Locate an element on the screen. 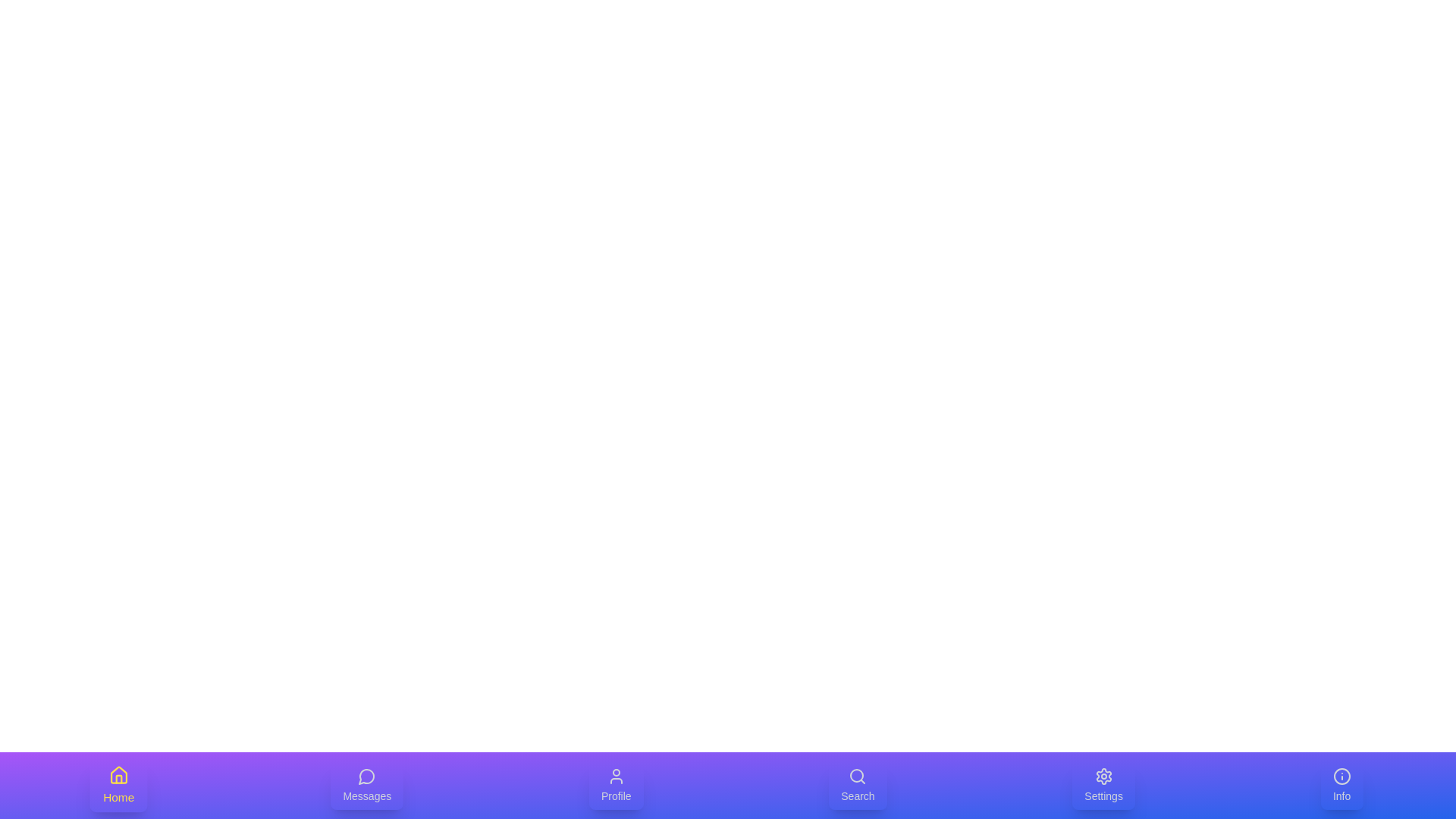 The height and width of the screenshot is (819, 1456). the Profile tab to select it is located at coordinates (616, 785).